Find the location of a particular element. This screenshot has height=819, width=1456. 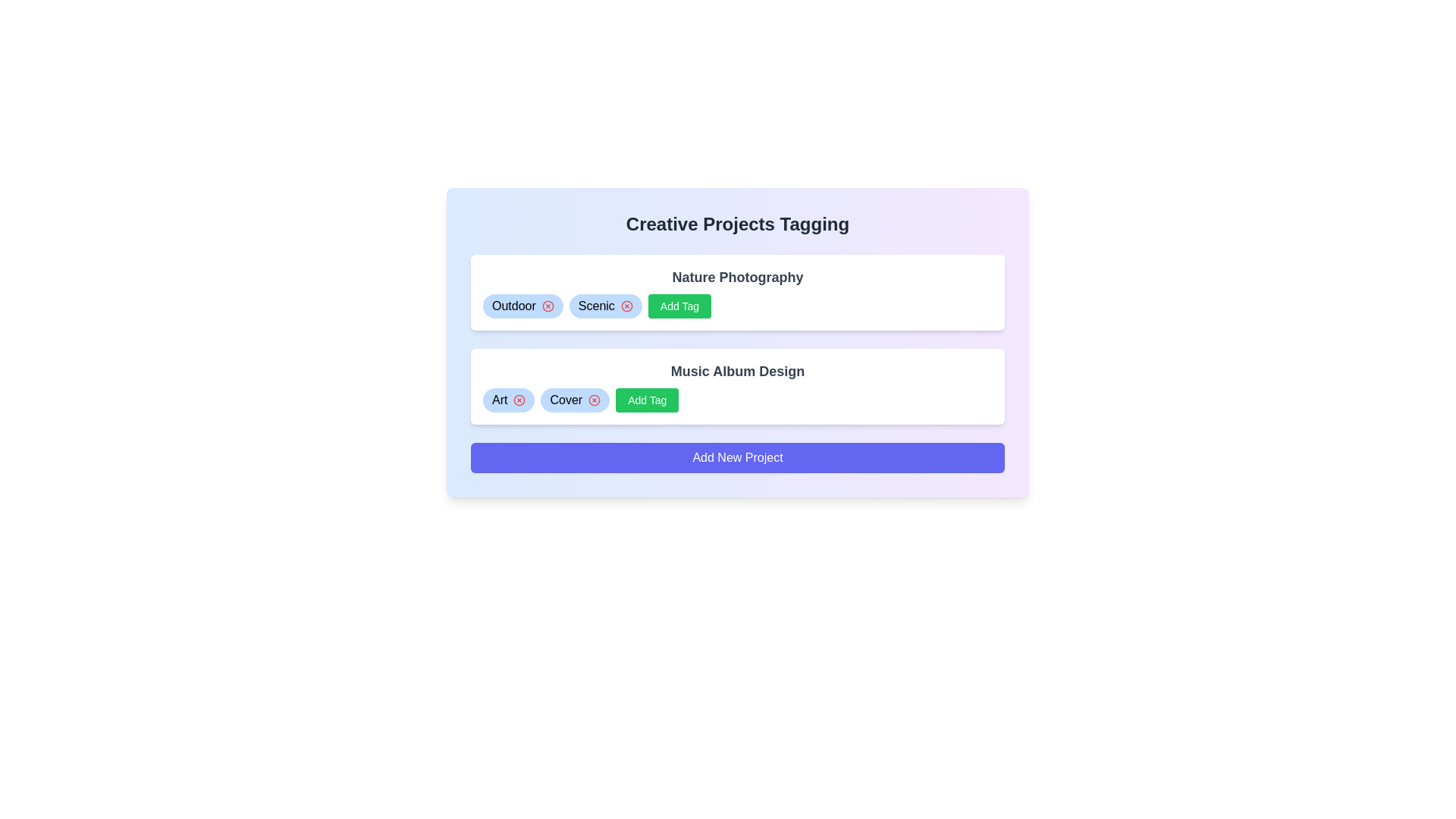

the dismiss button on the Tag chip labeled 'Art', which is located under the 'Music Album Design' section is located at coordinates (509, 400).